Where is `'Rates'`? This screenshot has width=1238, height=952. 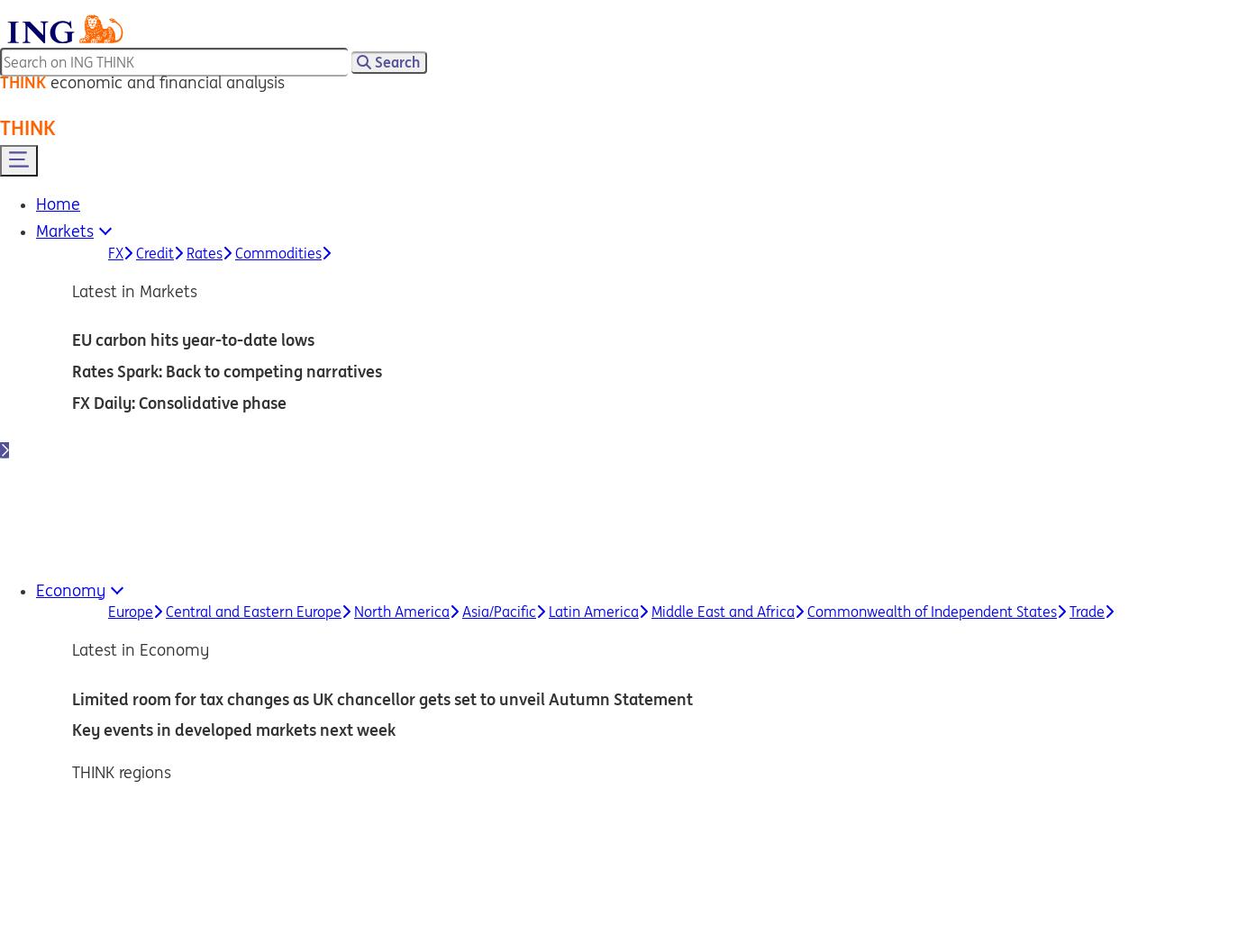
'Rates' is located at coordinates (203, 250).